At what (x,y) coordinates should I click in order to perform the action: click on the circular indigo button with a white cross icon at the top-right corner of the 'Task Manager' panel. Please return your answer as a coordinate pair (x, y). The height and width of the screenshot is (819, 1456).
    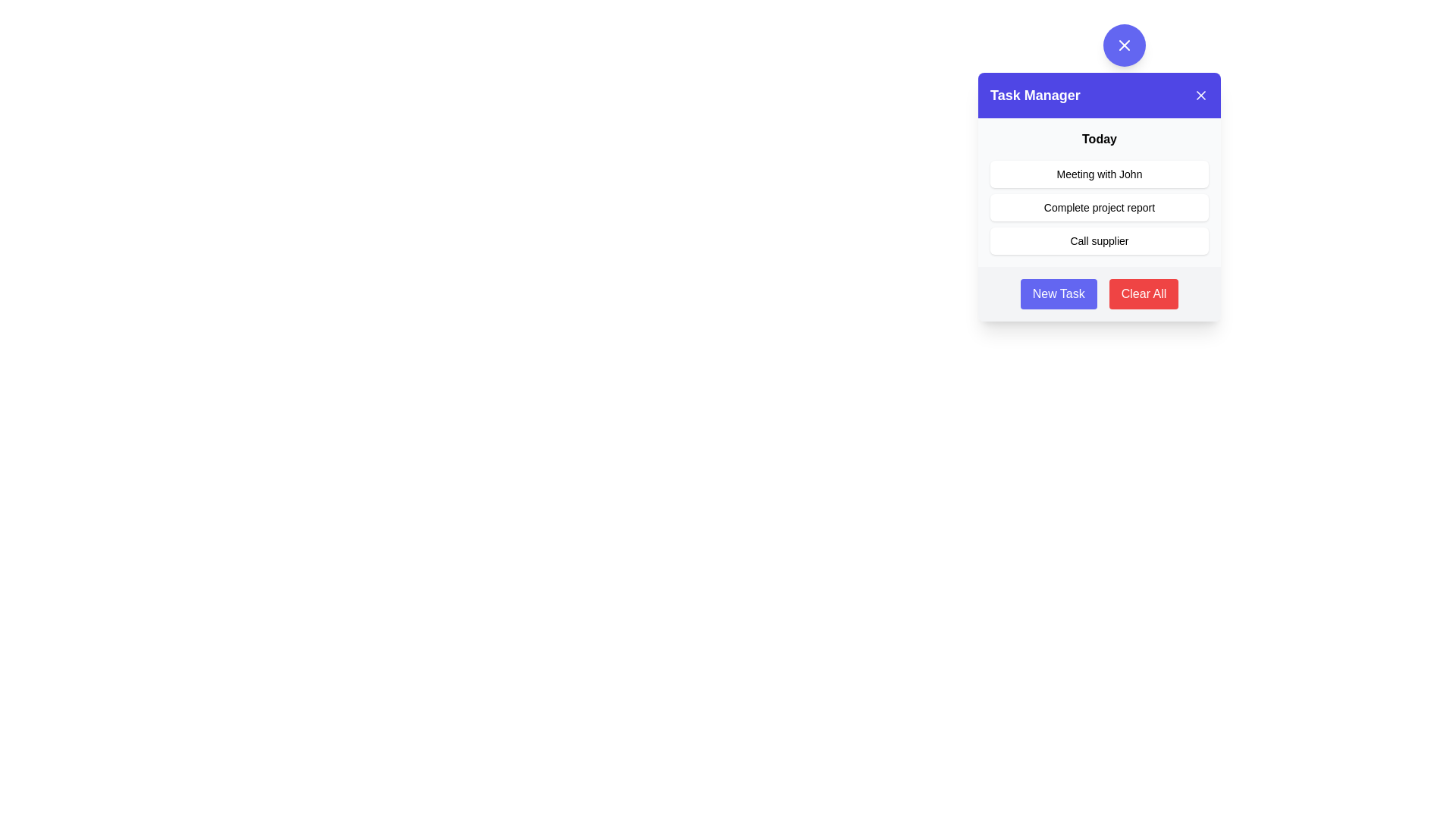
    Looking at the image, I should click on (1124, 45).